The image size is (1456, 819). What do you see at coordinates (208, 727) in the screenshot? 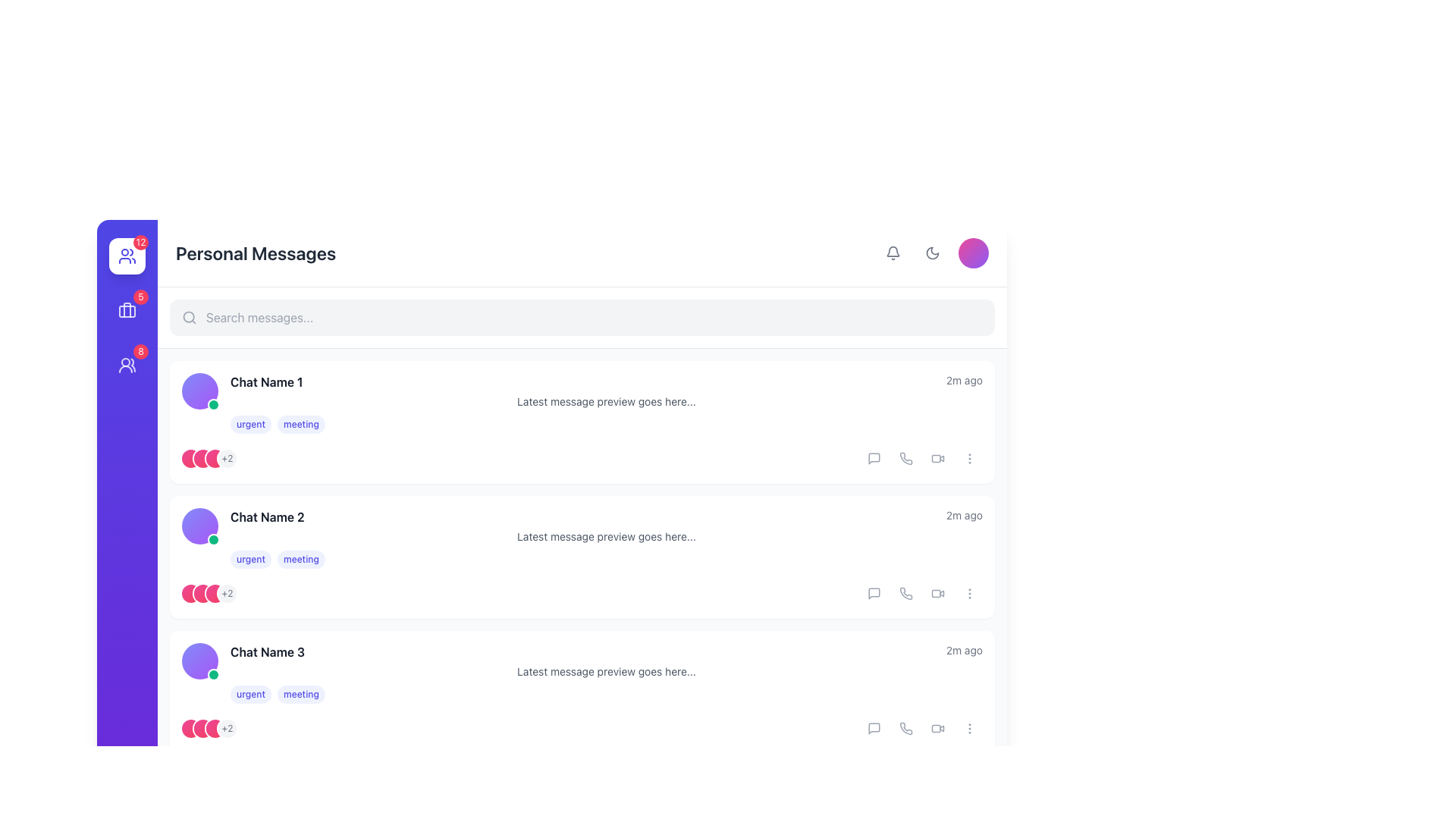
I see `the informational badge icon with the text '+2'` at bounding box center [208, 727].